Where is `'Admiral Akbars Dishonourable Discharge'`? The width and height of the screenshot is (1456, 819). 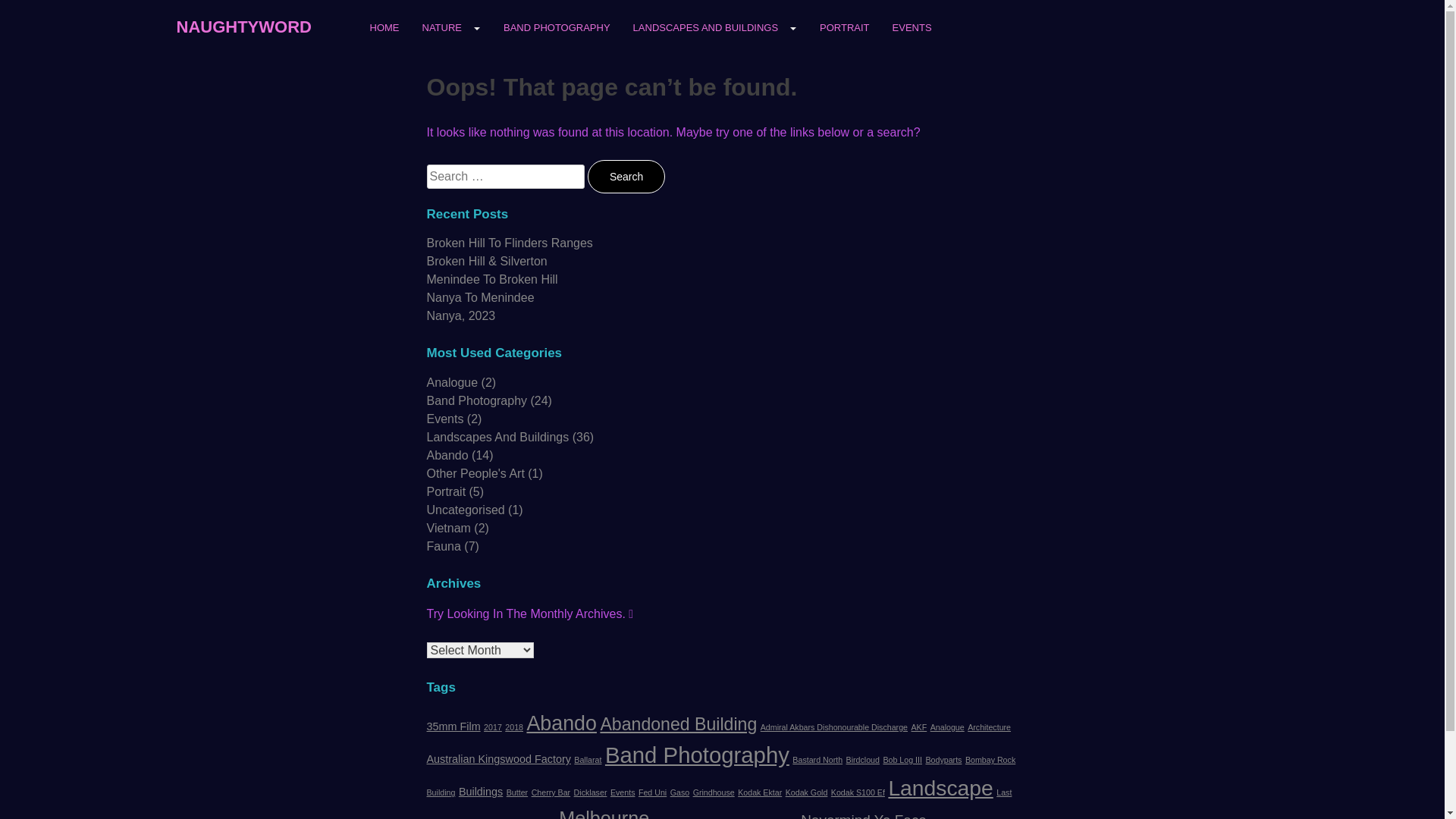
'Admiral Akbars Dishonourable Discharge' is located at coordinates (761, 726).